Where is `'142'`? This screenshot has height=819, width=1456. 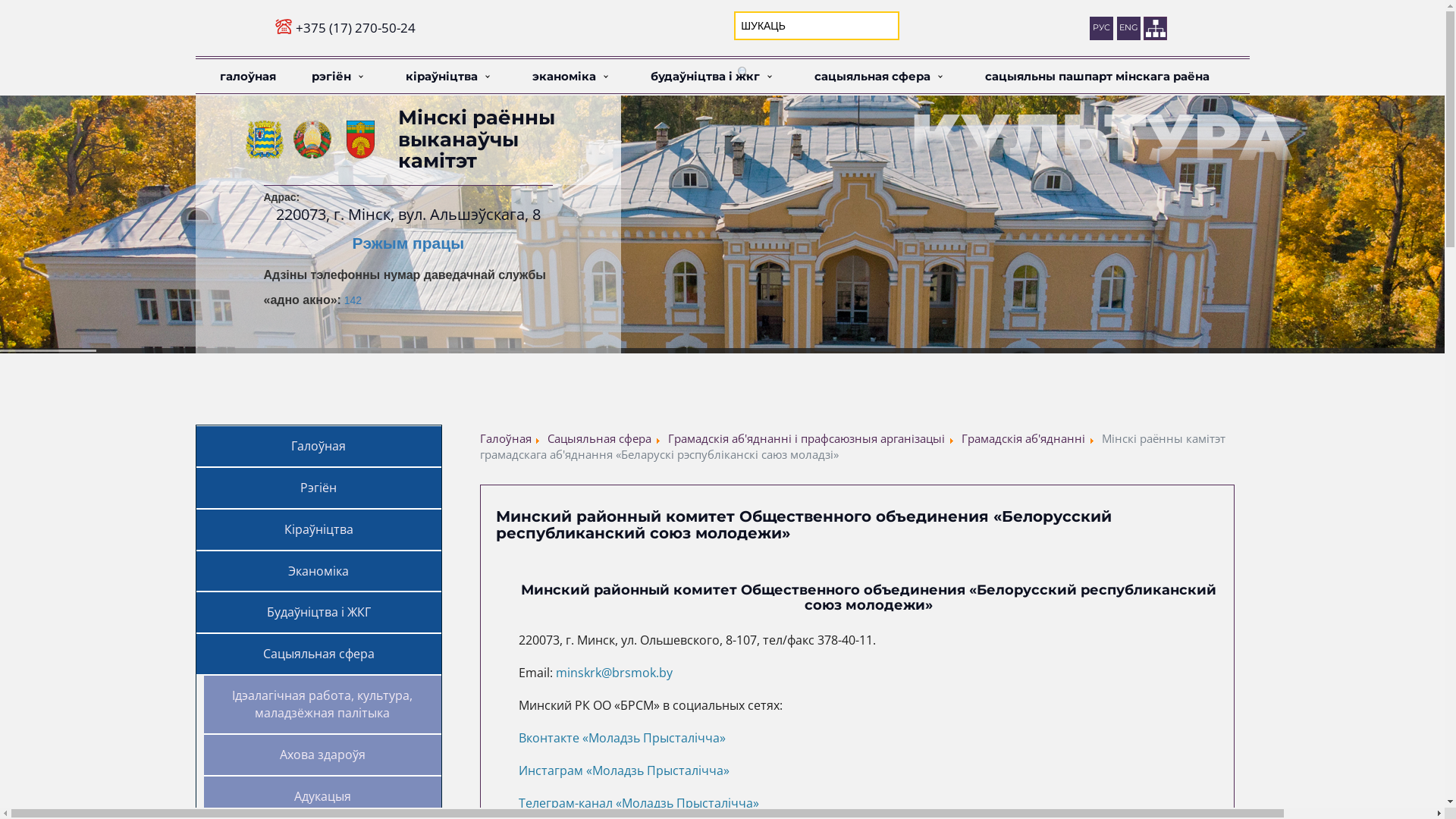 '142' is located at coordinates (352, 300).